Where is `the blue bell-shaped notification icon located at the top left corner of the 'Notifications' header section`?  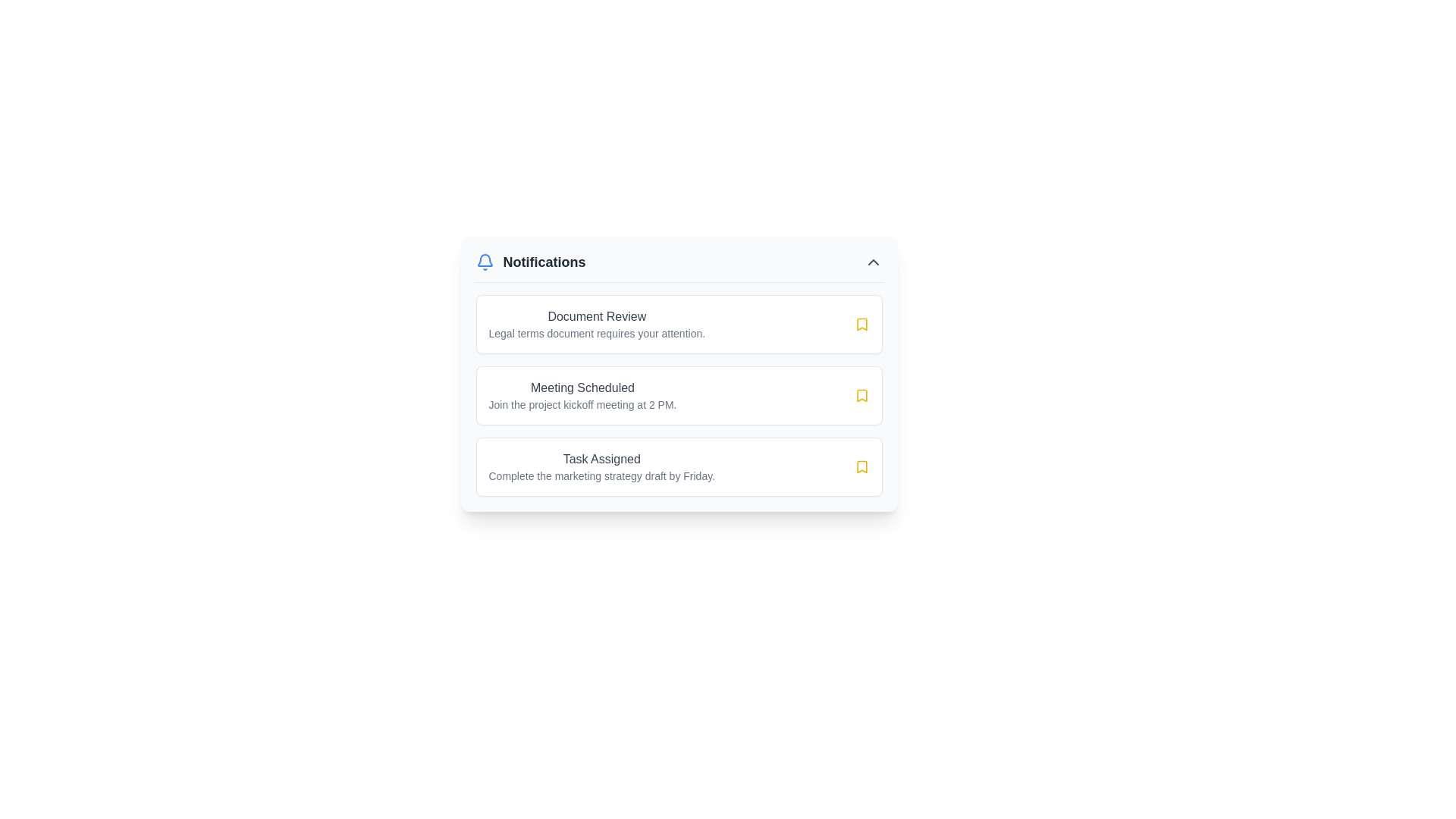
the blue bell-shaped notification icon located at the top left corner of the 'Notifications' header section is located at coordinates (484, 262).